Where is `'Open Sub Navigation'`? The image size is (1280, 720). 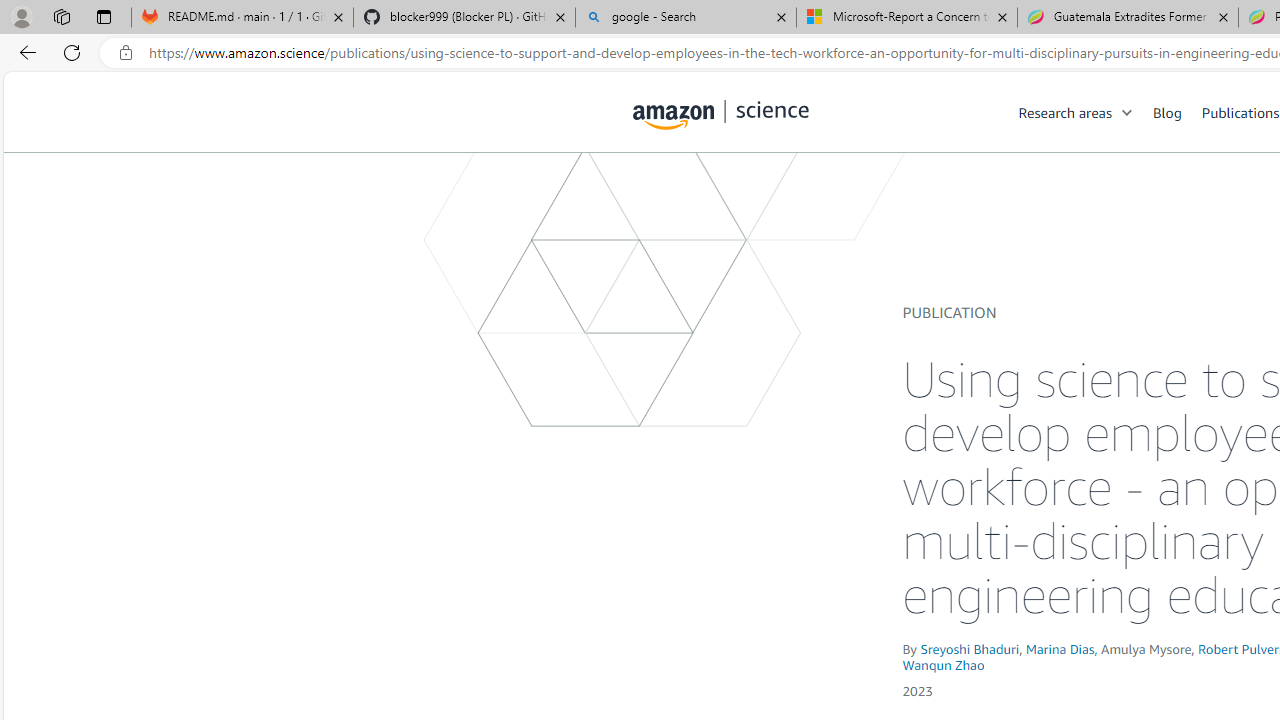
'Open Sub Navigation' is located at coordinates (1128, 111).